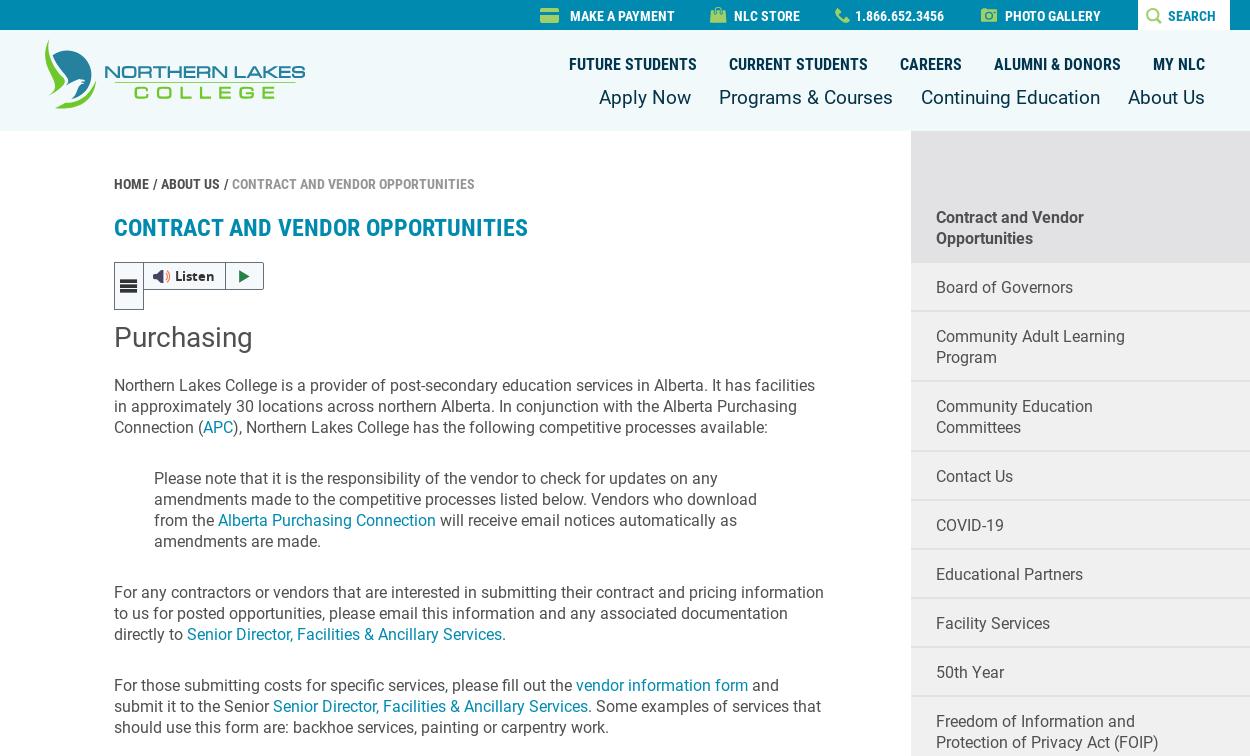 This screenshot has height=756, width=1250. What do you see at coordinates (621, 15) in the screenshot?
I see `'Make a Payment'` at bounding box center [621, 15].